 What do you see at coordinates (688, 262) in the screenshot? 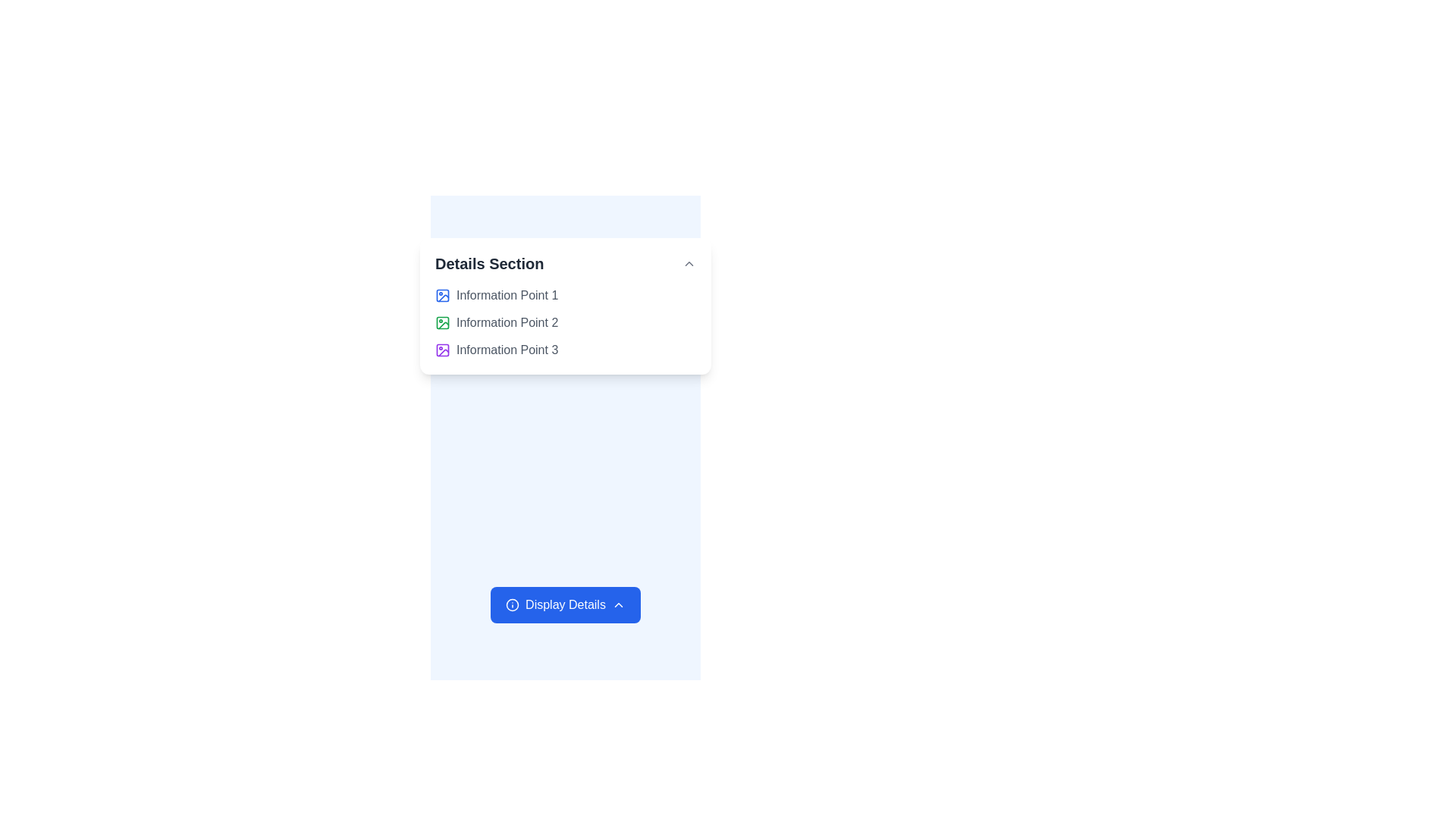
I see `the chevron icon button at the top-right corner of the 'Details Section'` at bounding box center [688, 262].